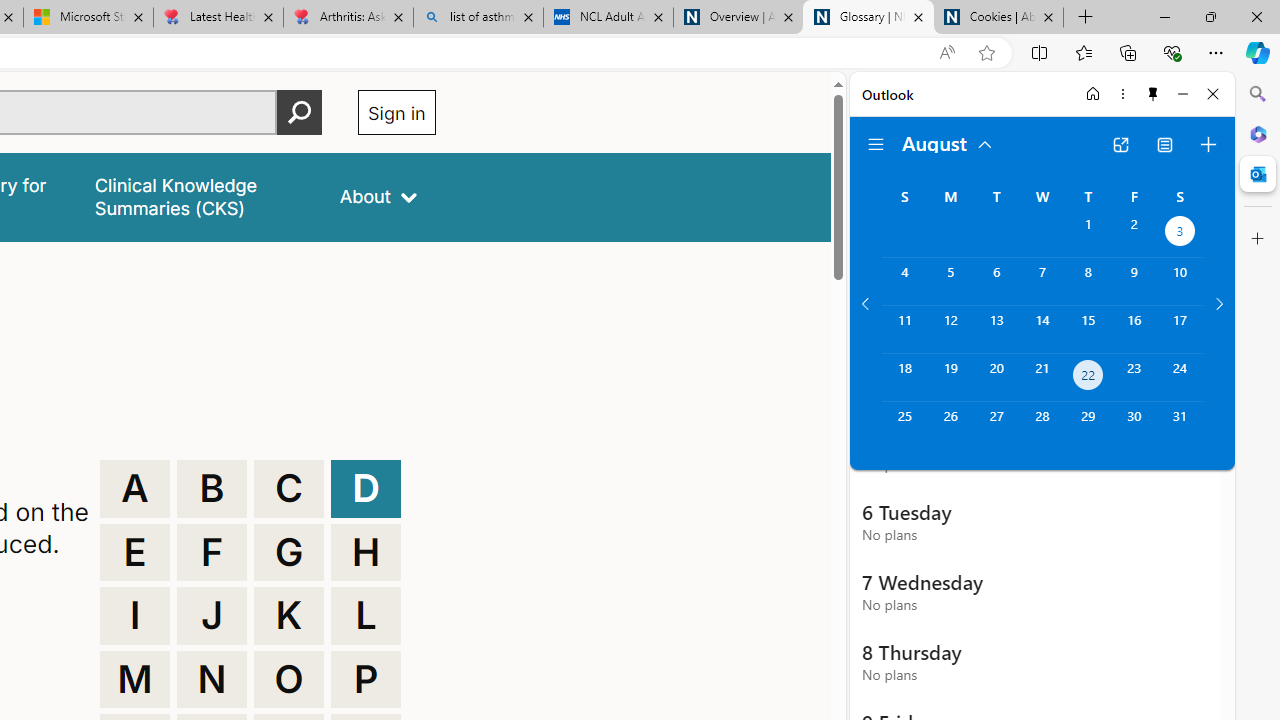 The image size is (1280, 720). I want to click on 'Saturday, August 3, 2024. Date selected. ', so click(1180, 232).